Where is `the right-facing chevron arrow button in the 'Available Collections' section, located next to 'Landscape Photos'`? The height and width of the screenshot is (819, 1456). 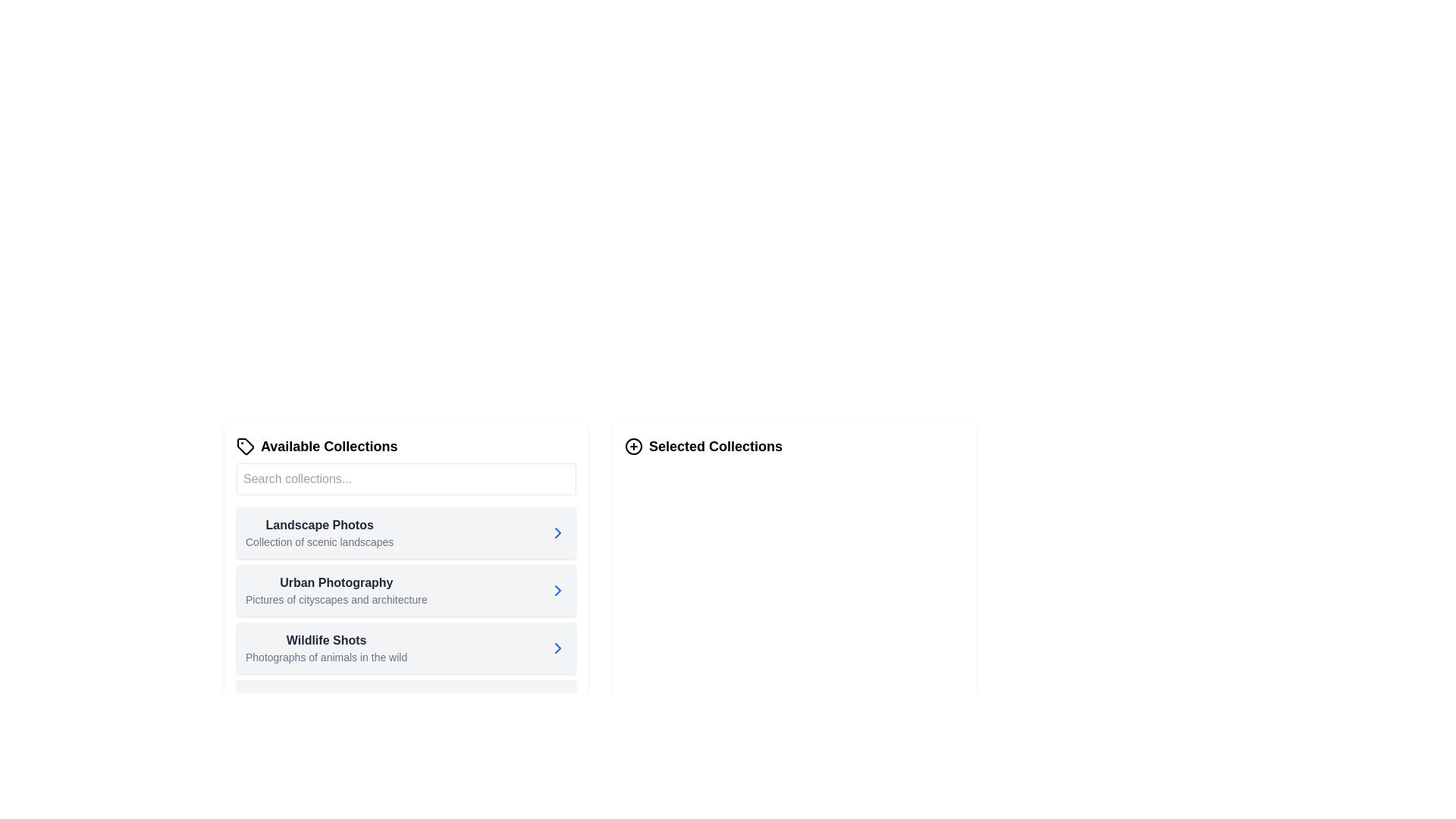 the right-facing chevron arrow button in the 'Available Collections' section, located next to 'Landscape Photos' is located at coordinates (557, 532).